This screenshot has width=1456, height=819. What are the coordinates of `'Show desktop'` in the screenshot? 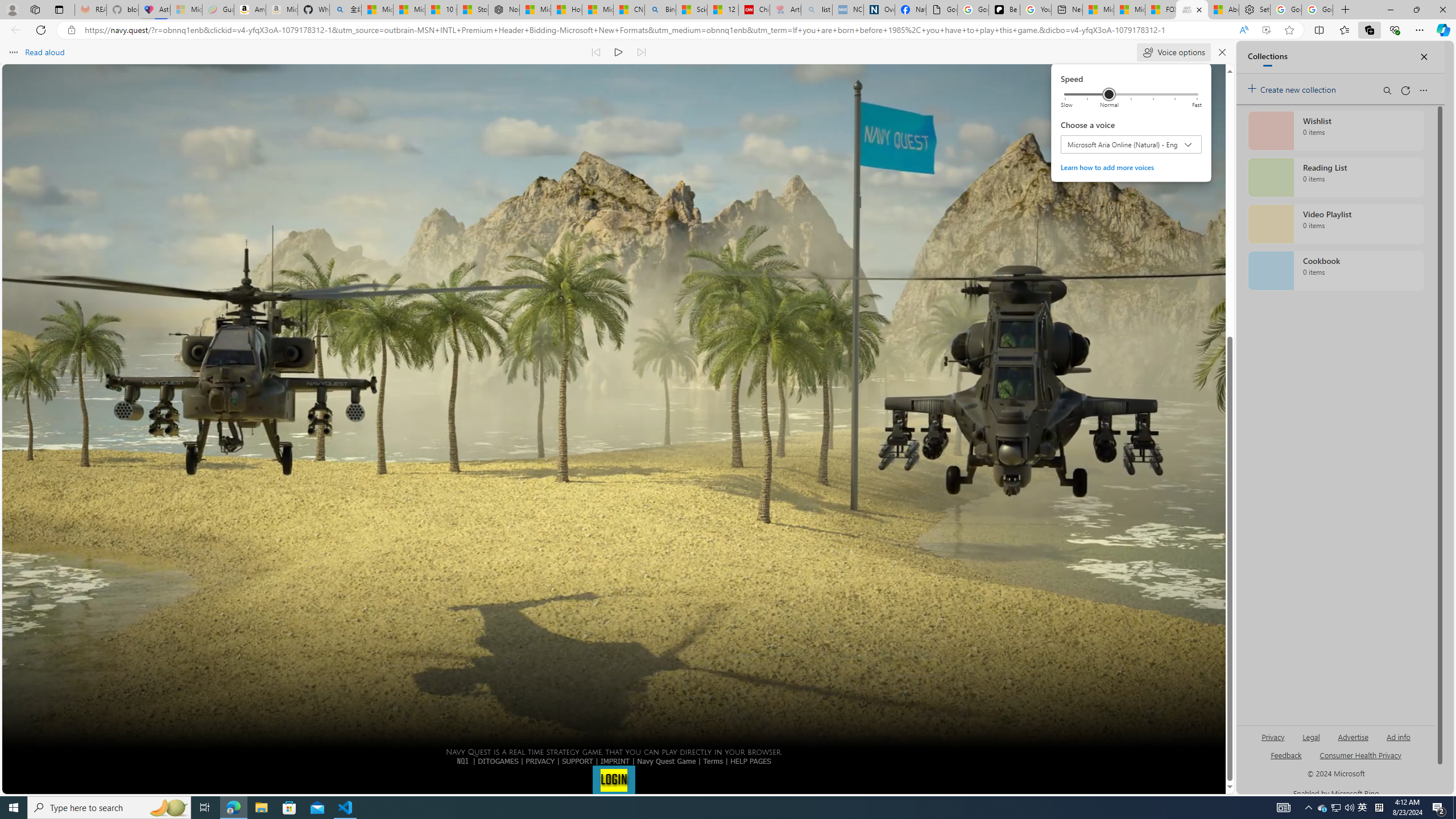 It's located at (1454, 806).